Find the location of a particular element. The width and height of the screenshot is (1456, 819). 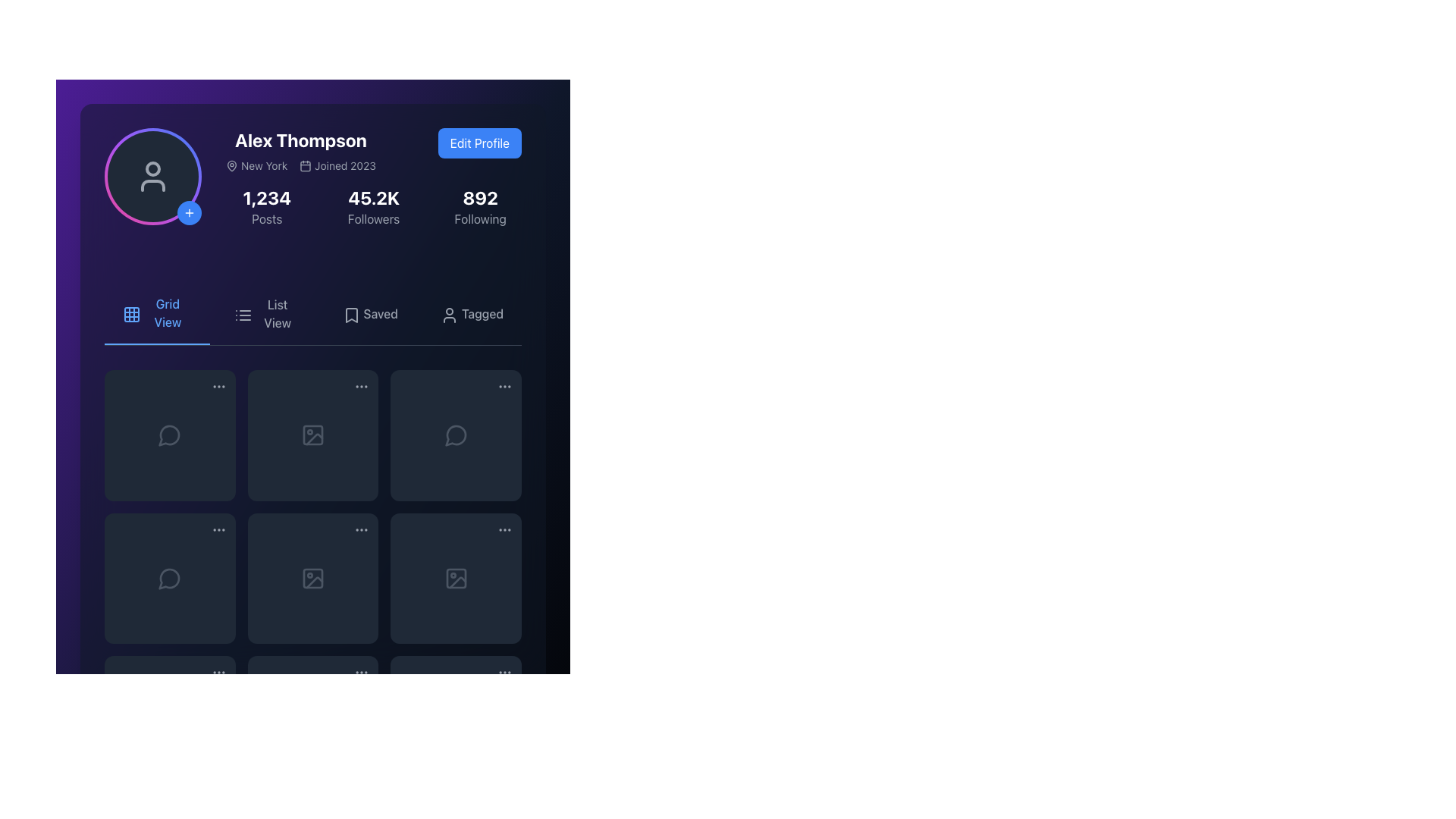

the Icon Button located to the left of the 'Grid View' text is located at coordinates (130, 312).